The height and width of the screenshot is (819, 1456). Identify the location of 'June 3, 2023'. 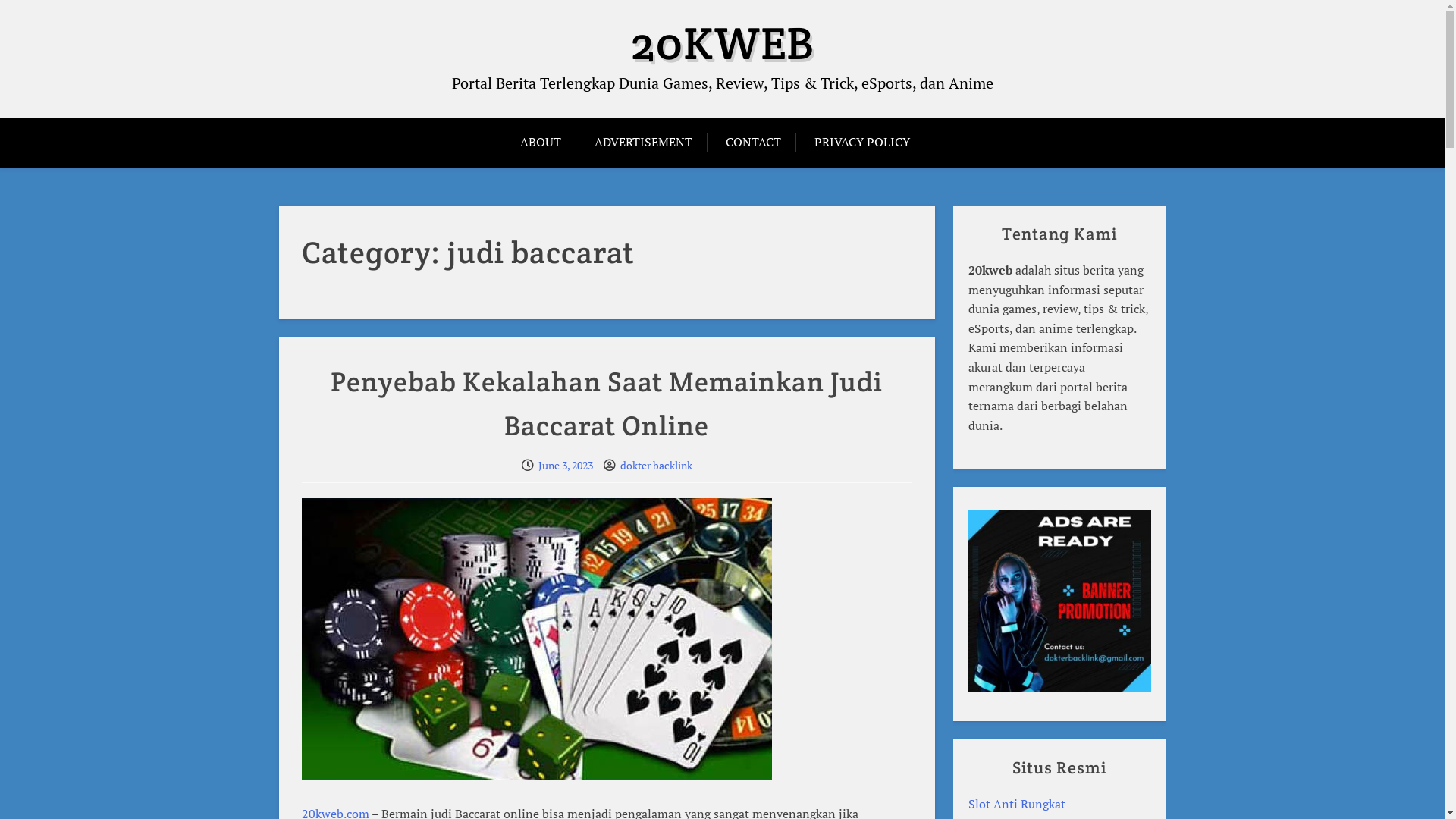
(564, 464).